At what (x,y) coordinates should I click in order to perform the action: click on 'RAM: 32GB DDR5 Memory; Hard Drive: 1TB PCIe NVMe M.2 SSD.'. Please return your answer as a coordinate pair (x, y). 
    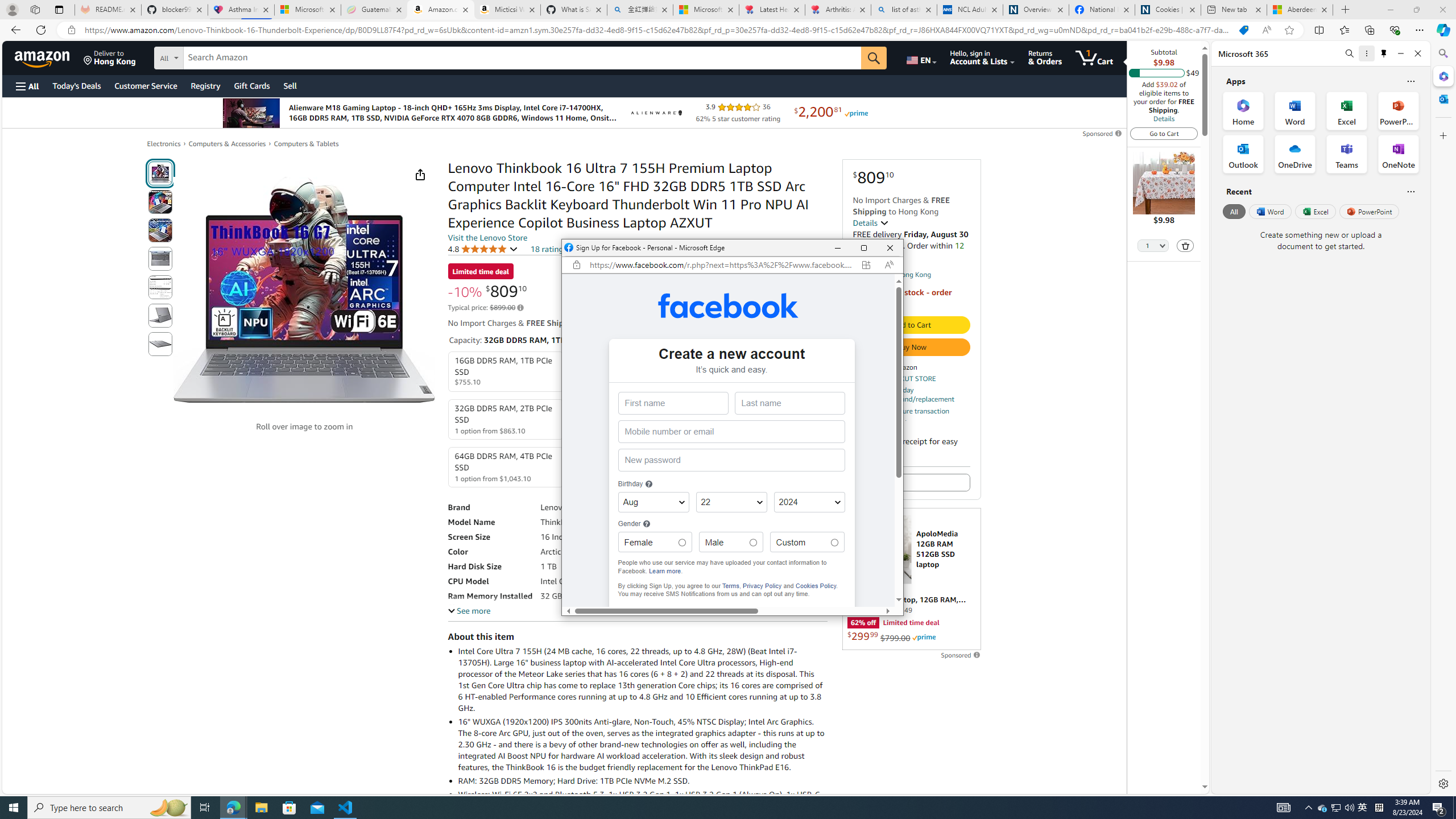
    Looking at the image, I should click on (642, 780).